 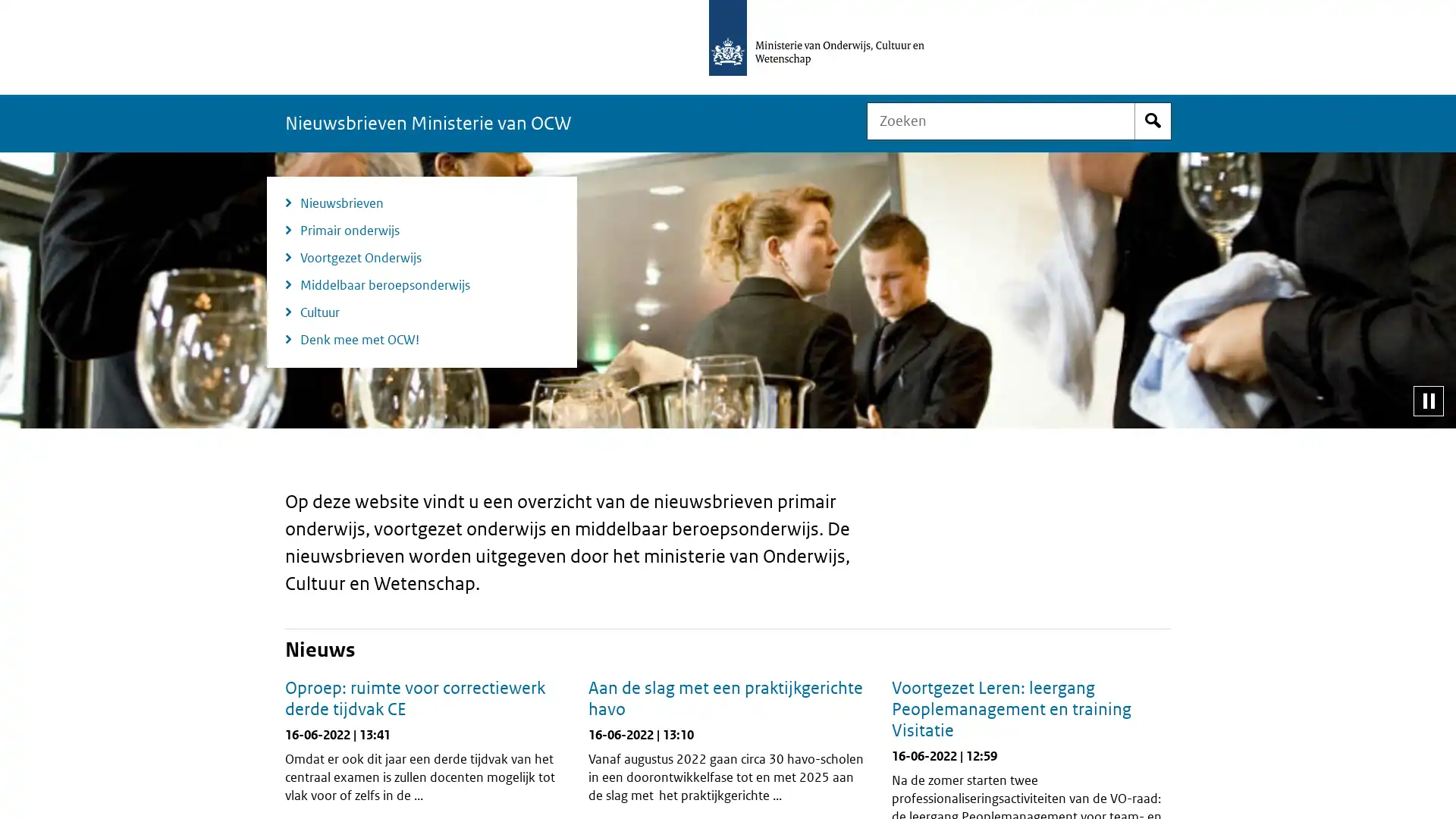 What do you see at coordinates (1153, 120) in the screenshot?
I see `Start zoeken` at bounding box center [1153, 120].